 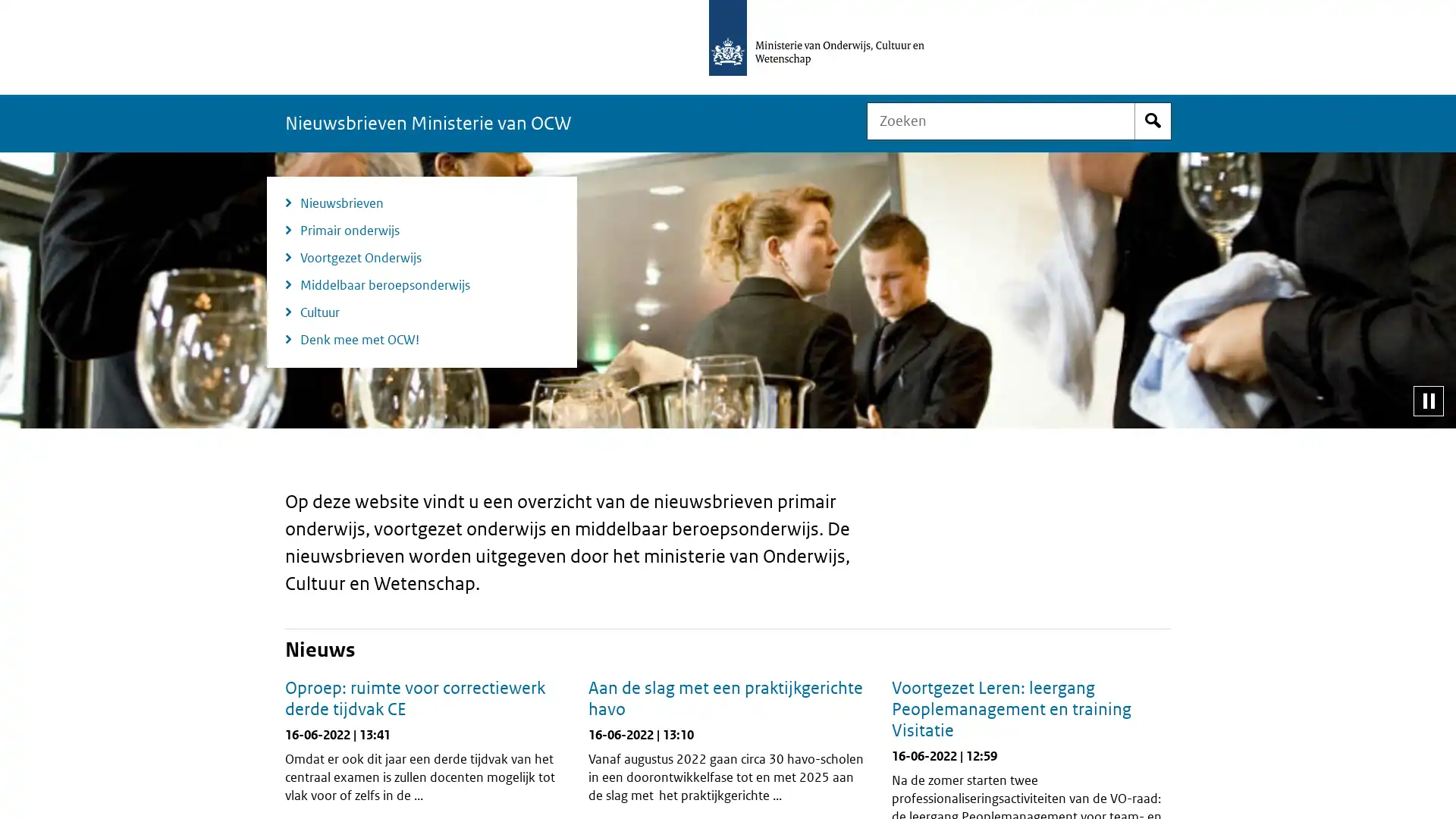 What do you see at coordinates (1153, 120) in the screenshot?
I see `Start zoeken` at bounding box center [1153, 120].